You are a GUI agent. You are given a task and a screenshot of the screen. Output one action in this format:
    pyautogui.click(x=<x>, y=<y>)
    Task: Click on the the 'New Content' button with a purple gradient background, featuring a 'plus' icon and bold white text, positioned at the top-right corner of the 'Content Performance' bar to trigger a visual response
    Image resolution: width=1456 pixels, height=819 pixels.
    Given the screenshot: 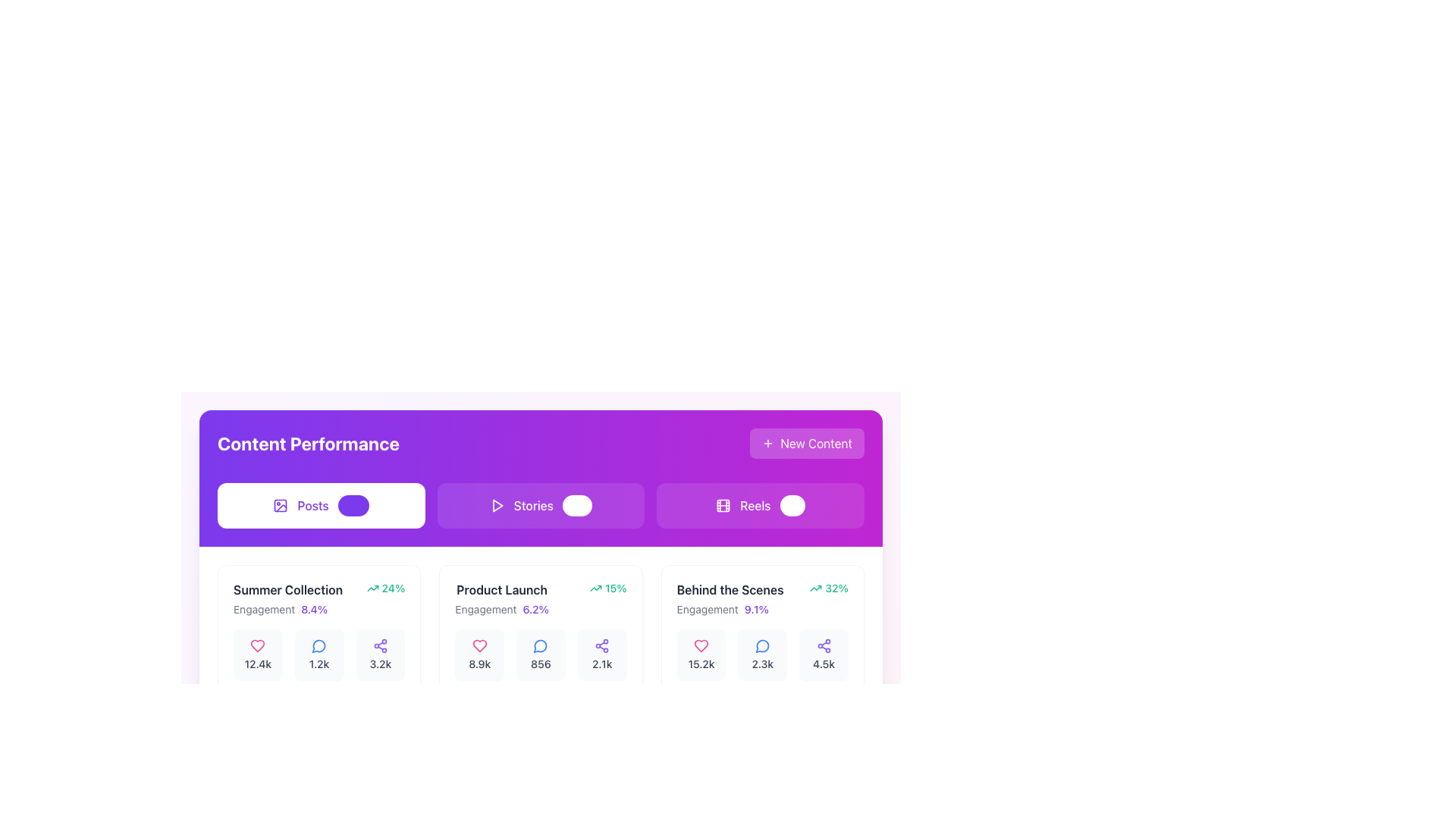 What is the action you would take?
    pyautogui.click(x=806, y=444)
    